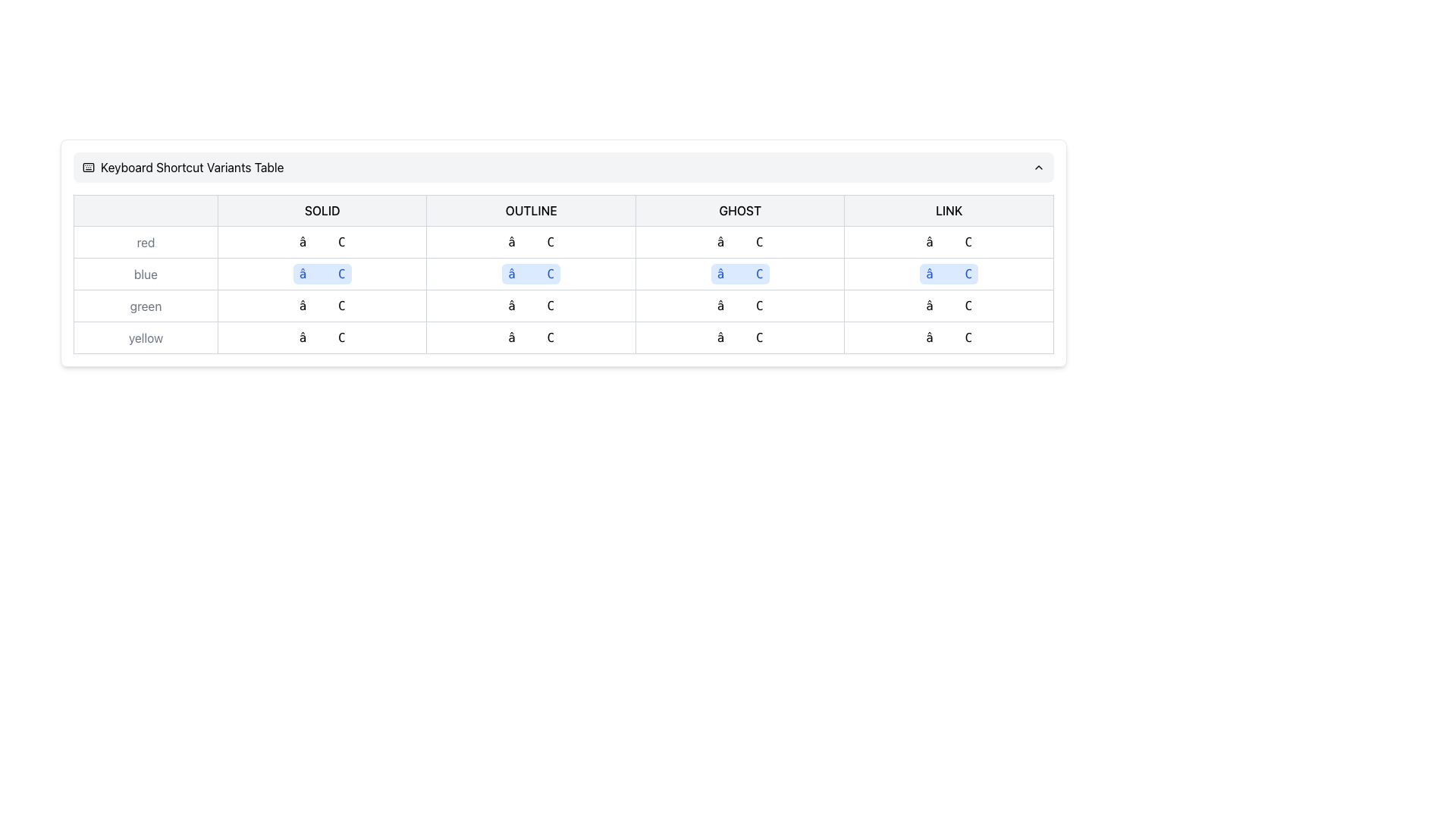 This screenshot has height=819, width=1456. I want to click on small rectangular badge with a light blue background and a capital 'C' in blue font, located under the 'GHOST' column and in the 'blue' row of the grid, so click(740, 274).